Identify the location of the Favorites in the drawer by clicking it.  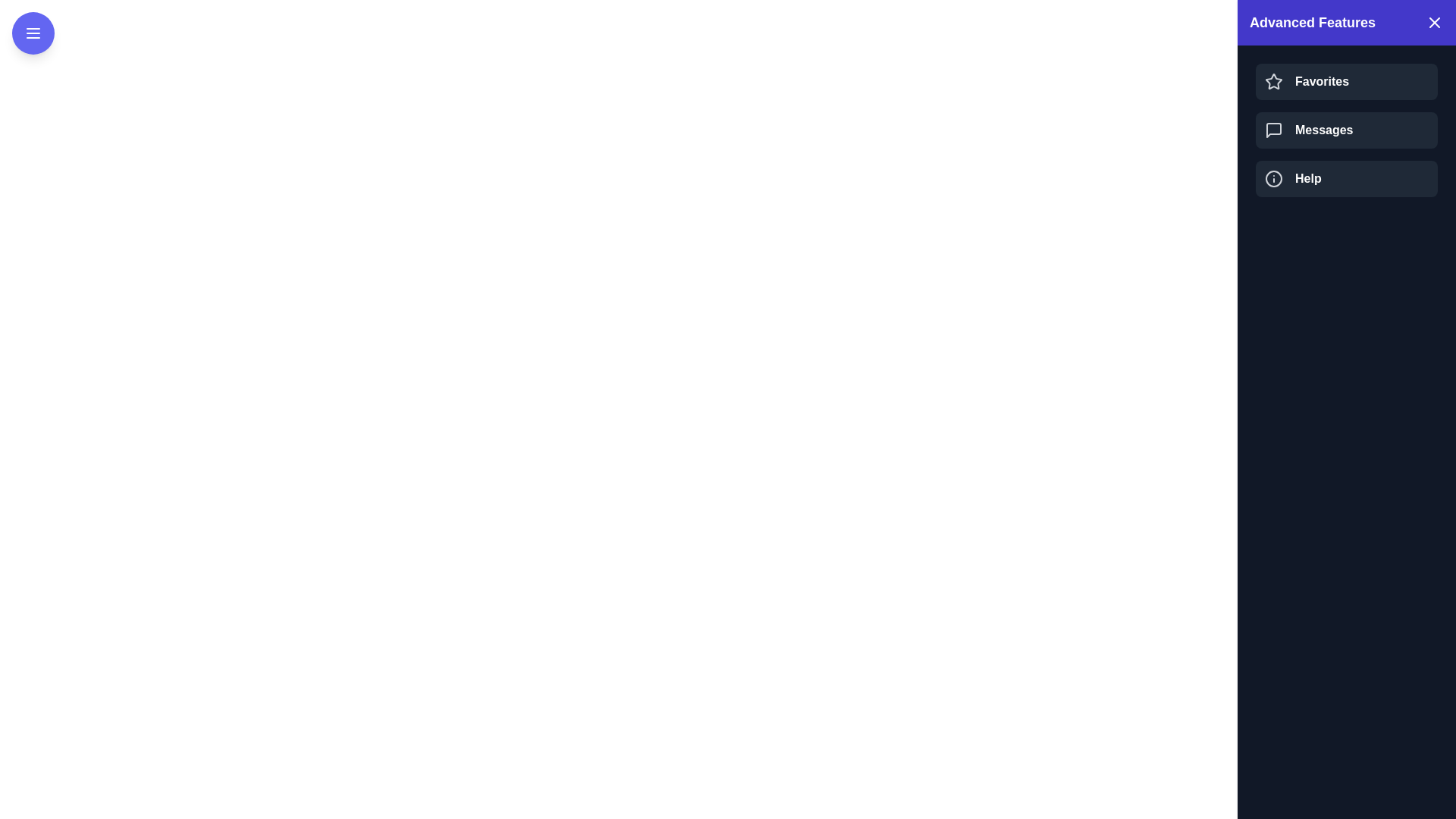
(1347, 82).